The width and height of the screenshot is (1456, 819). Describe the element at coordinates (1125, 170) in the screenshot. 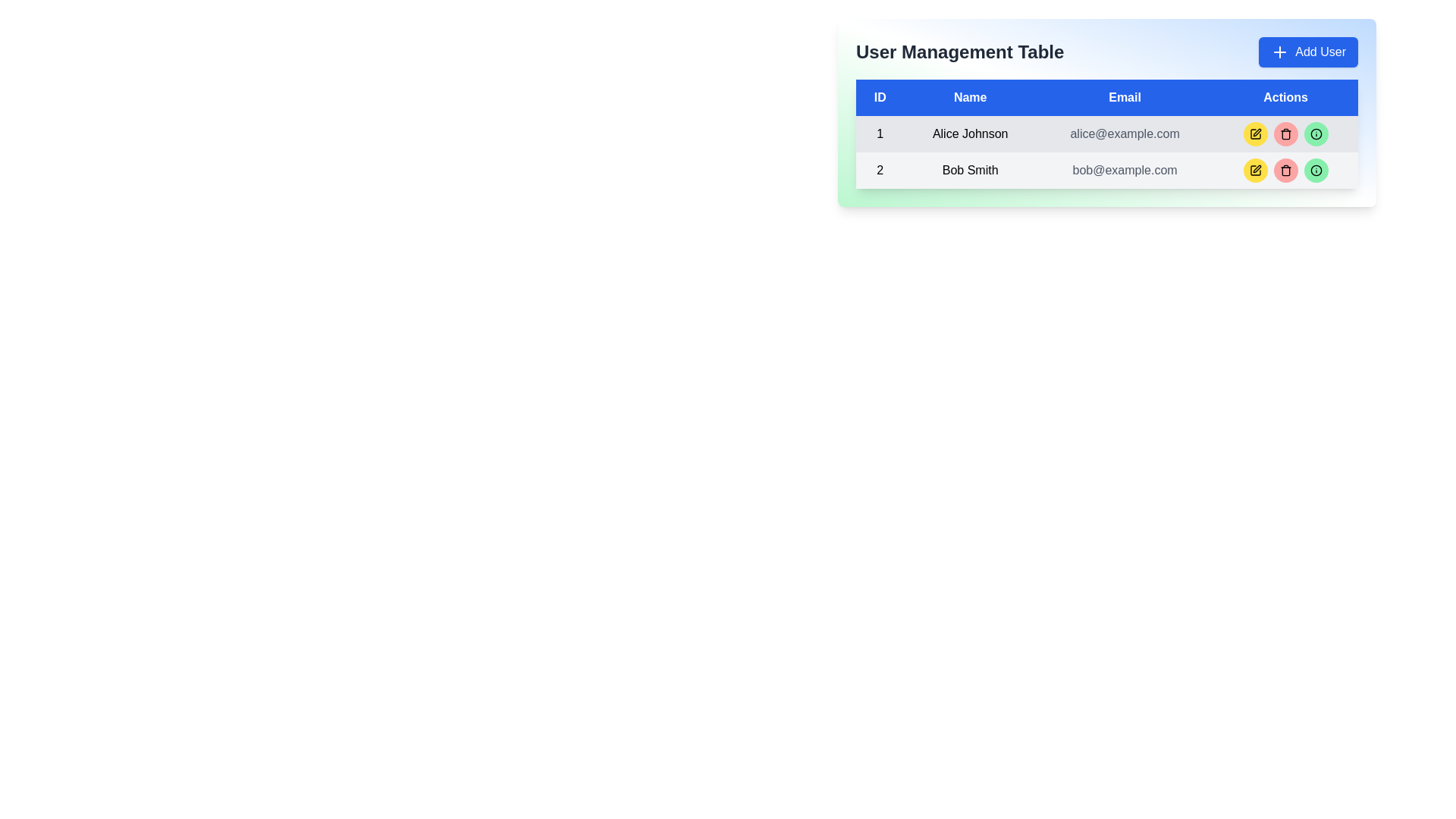

I see `the email address 'bob@example.com' located` at that location.